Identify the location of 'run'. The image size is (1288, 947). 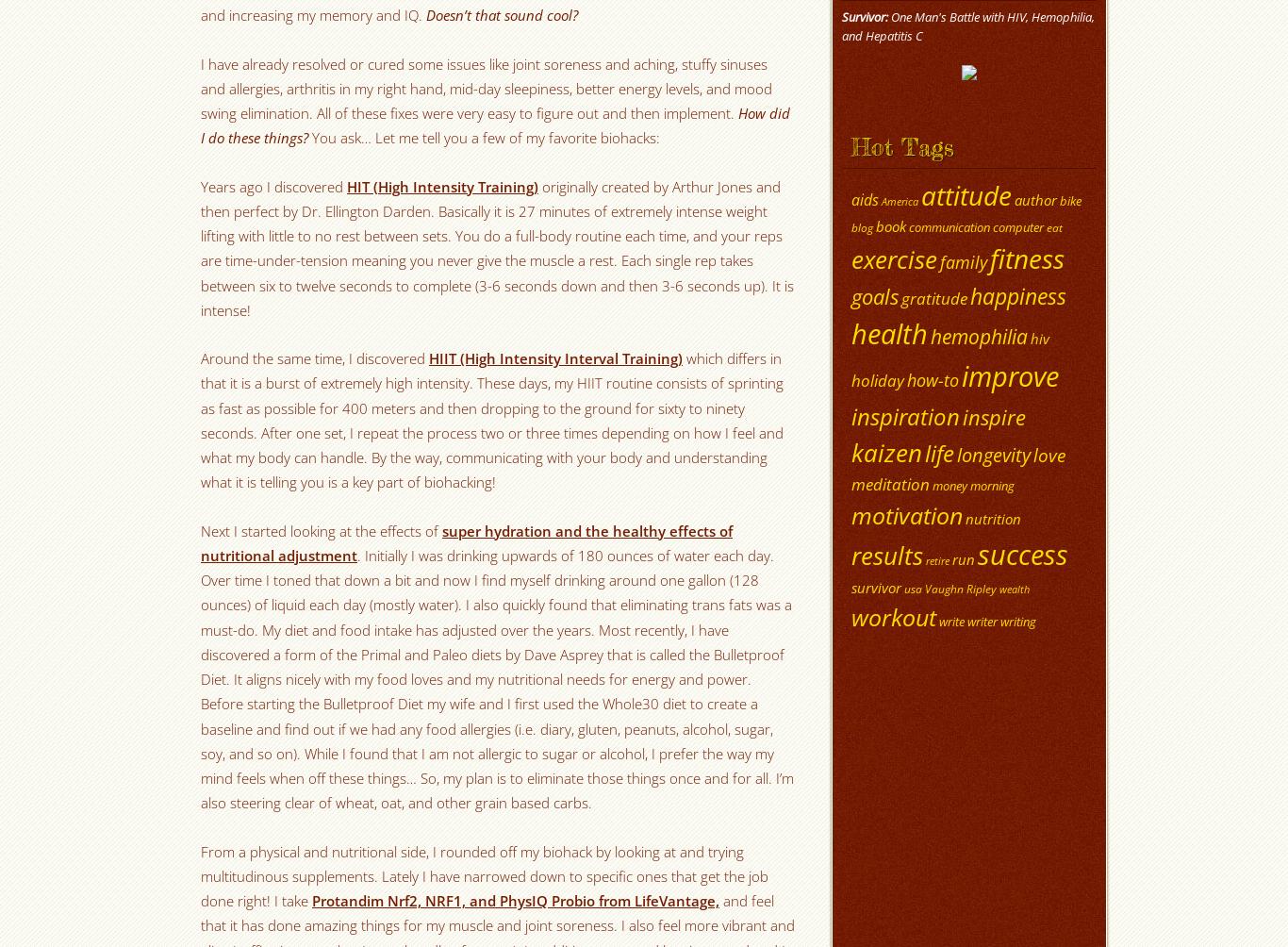
(952, 558).